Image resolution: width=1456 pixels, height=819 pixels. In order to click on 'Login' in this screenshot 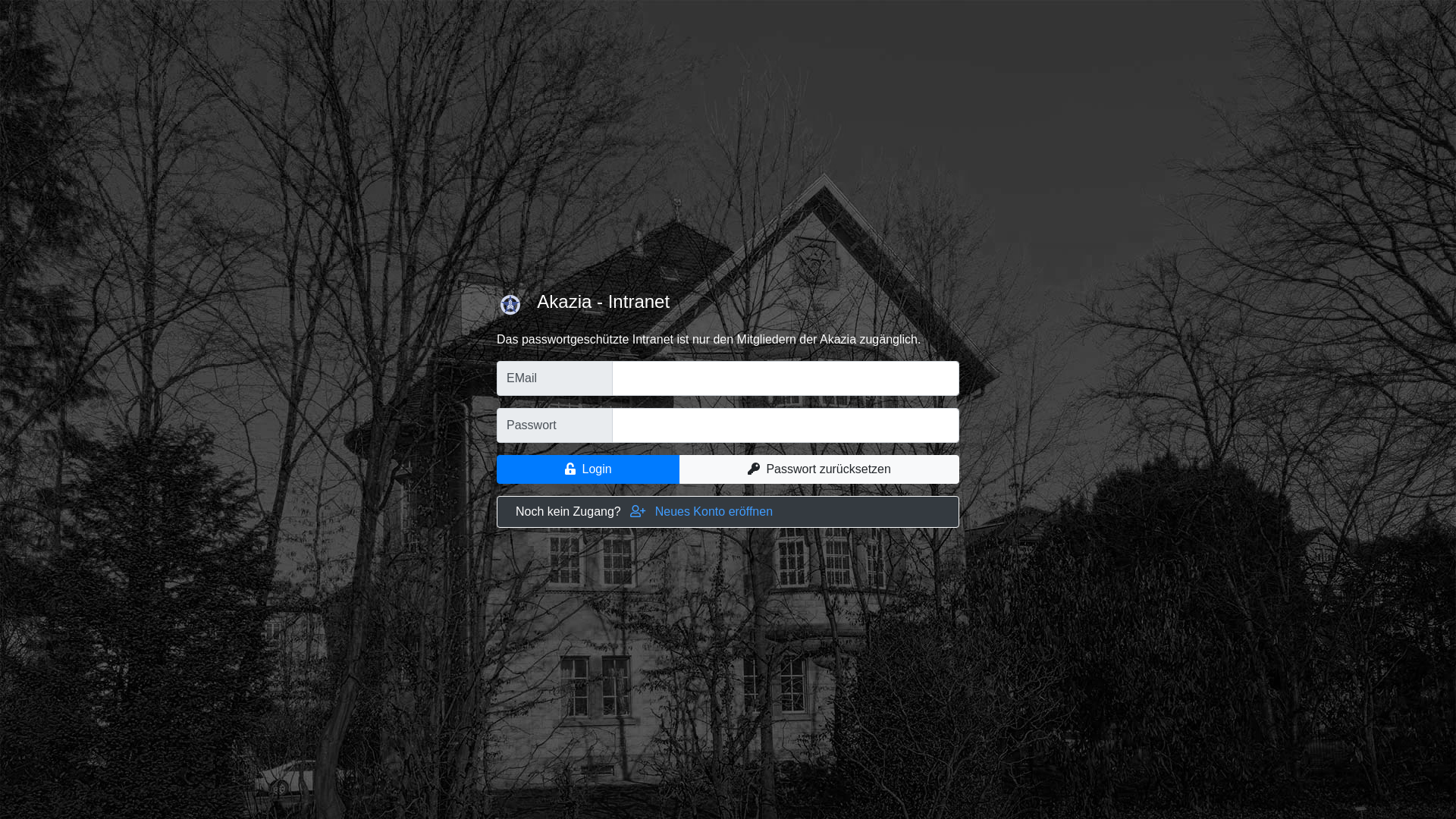, I will do `click(588, 468)`.